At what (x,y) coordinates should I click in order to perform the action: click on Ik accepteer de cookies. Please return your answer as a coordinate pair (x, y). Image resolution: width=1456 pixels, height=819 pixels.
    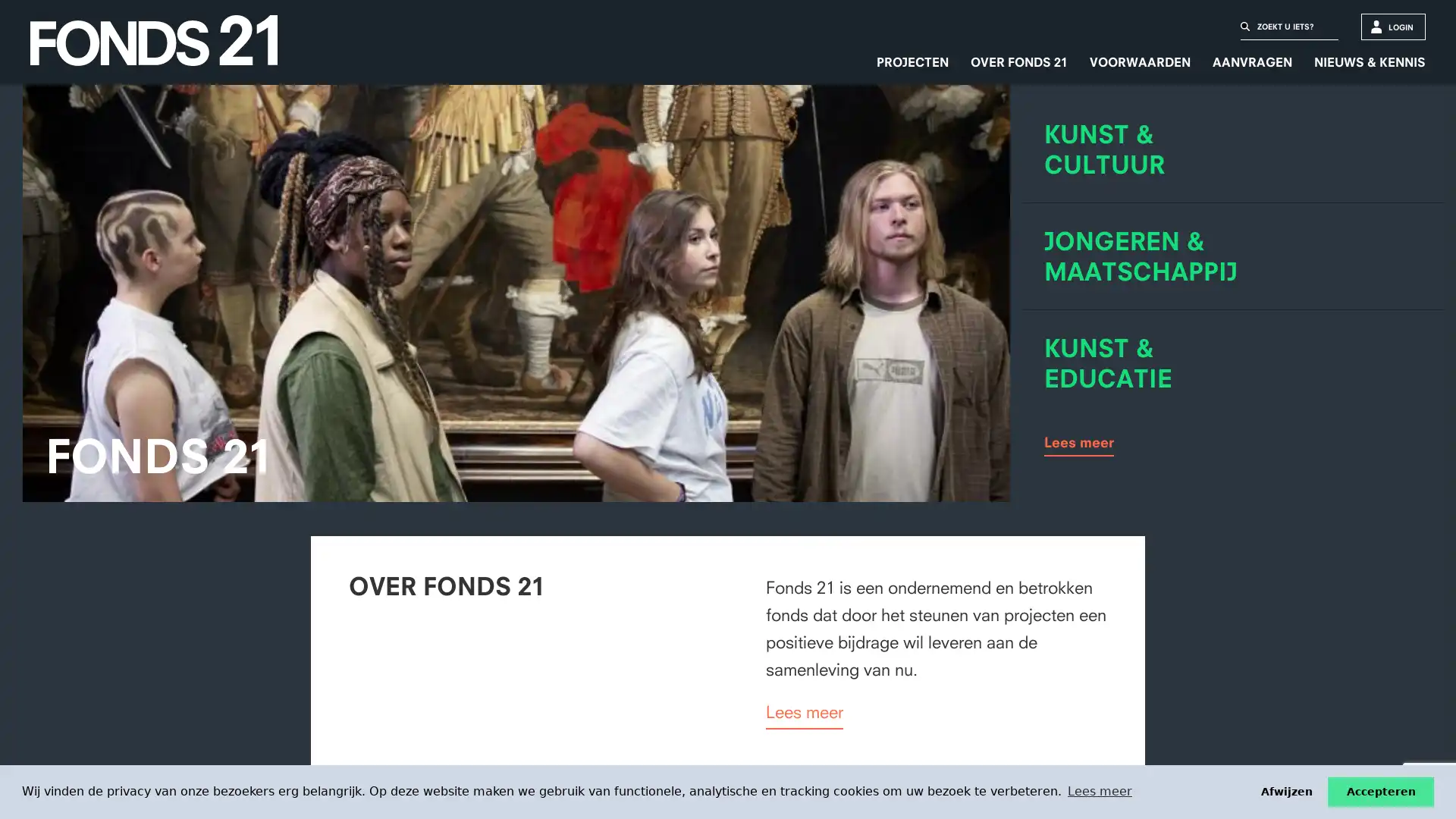
    Looking at the image, I should click on (1380, 791).